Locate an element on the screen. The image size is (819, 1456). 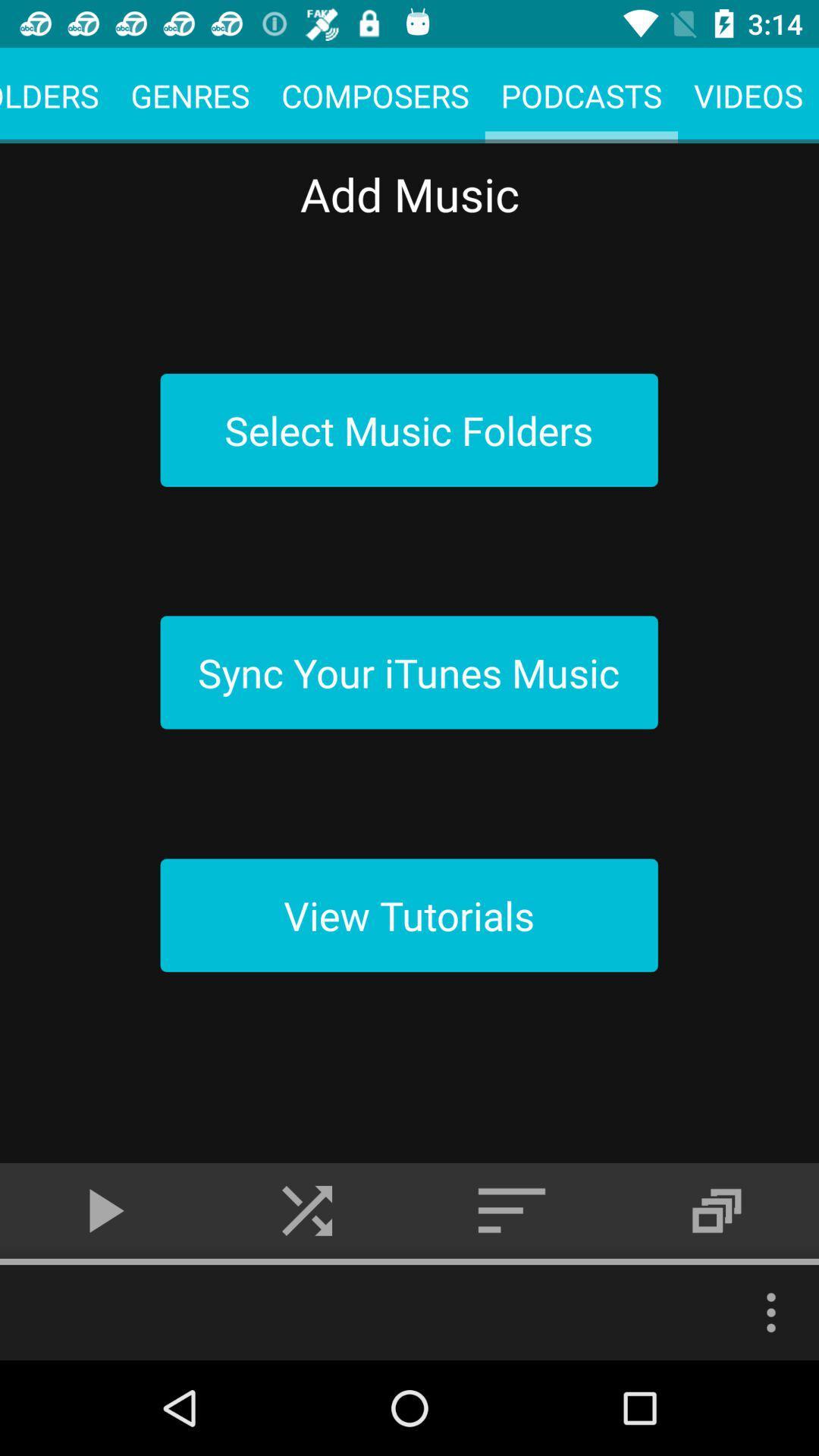
the more icon is located at coordinates (771, 1312).